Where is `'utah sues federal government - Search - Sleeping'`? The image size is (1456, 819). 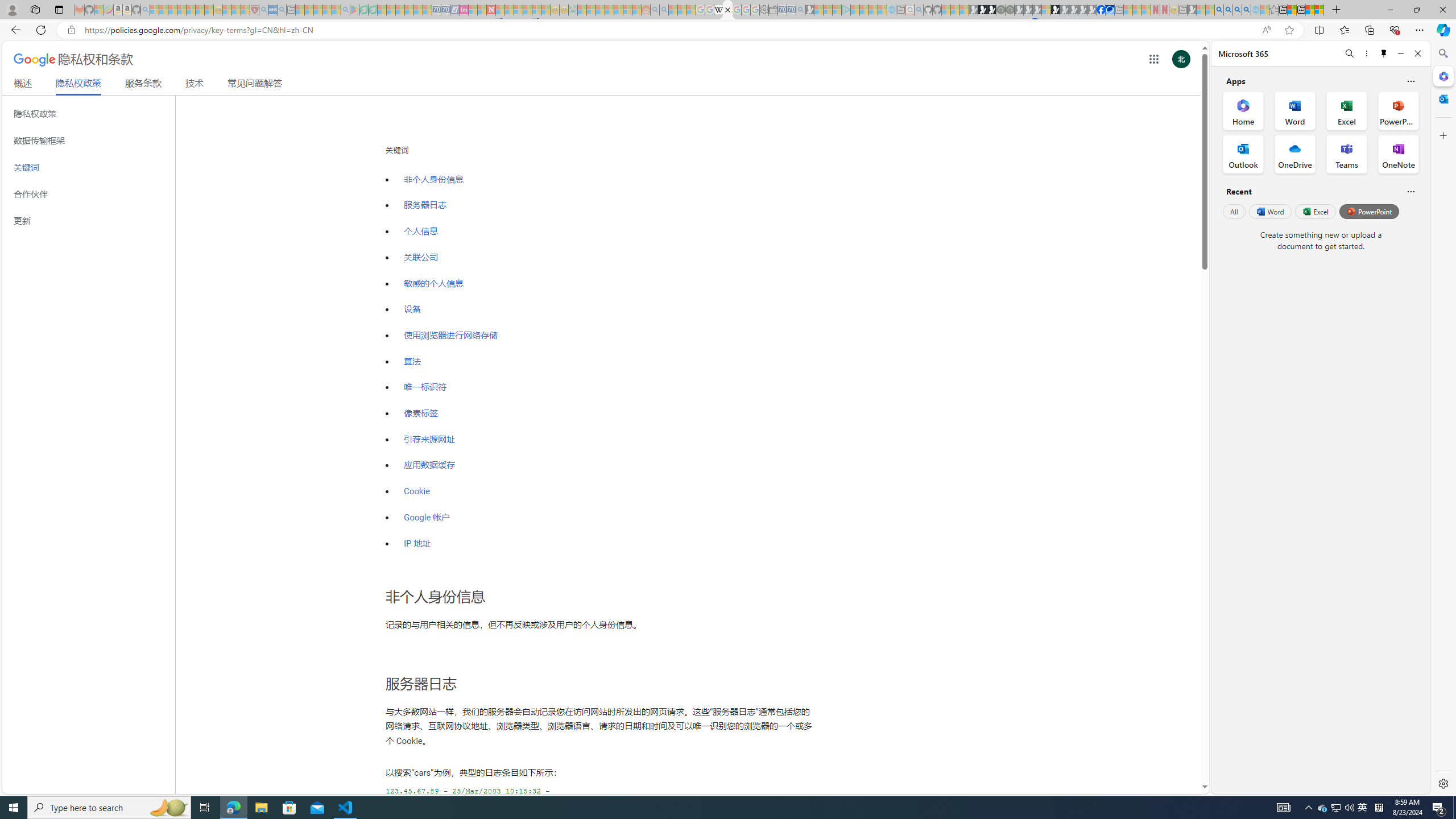 'utah sues federal government - Search - Sleeping' is located at coordinates (281, 9).